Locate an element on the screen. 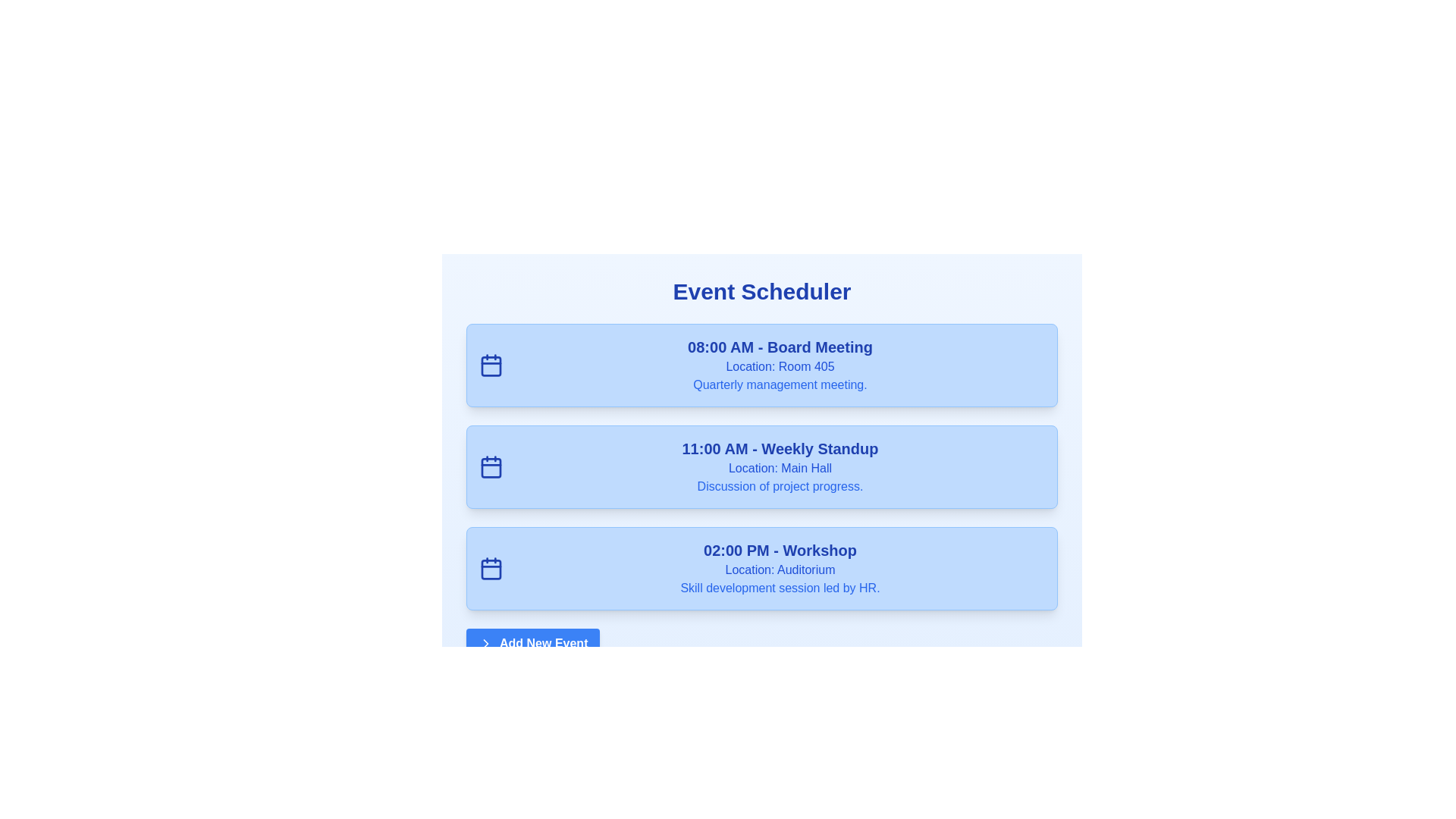 This screenshot has height=819, width=1456. the text label '08:00 AM - Board Meeting' which is styled in a large, bold dark blue font and is the first line in the event scheduler's topmost event section is located at coordinates (780, 347).